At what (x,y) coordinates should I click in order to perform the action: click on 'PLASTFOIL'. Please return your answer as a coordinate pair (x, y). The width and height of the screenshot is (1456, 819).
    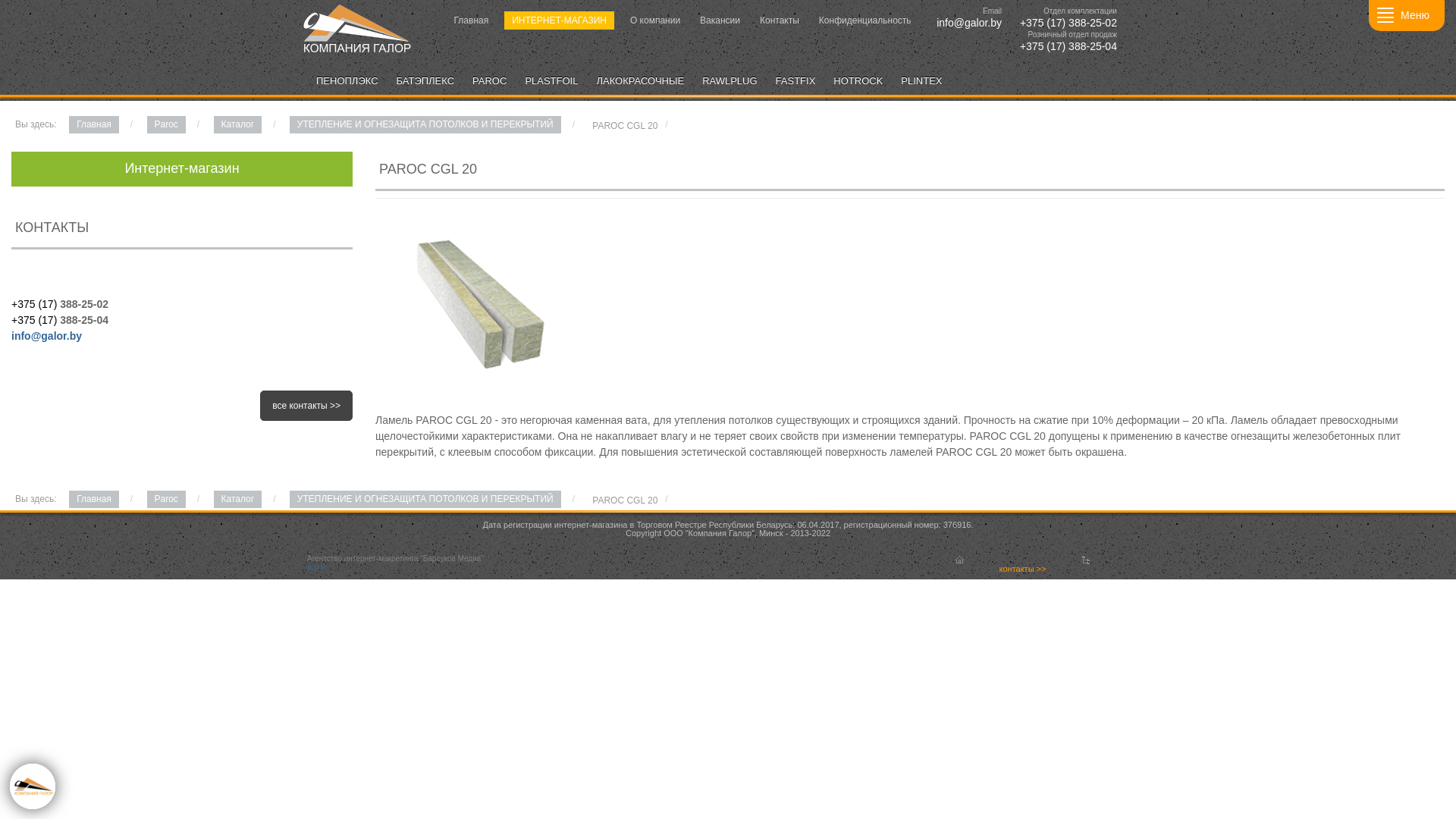
    Looking at the image, I should click on (550, 81).